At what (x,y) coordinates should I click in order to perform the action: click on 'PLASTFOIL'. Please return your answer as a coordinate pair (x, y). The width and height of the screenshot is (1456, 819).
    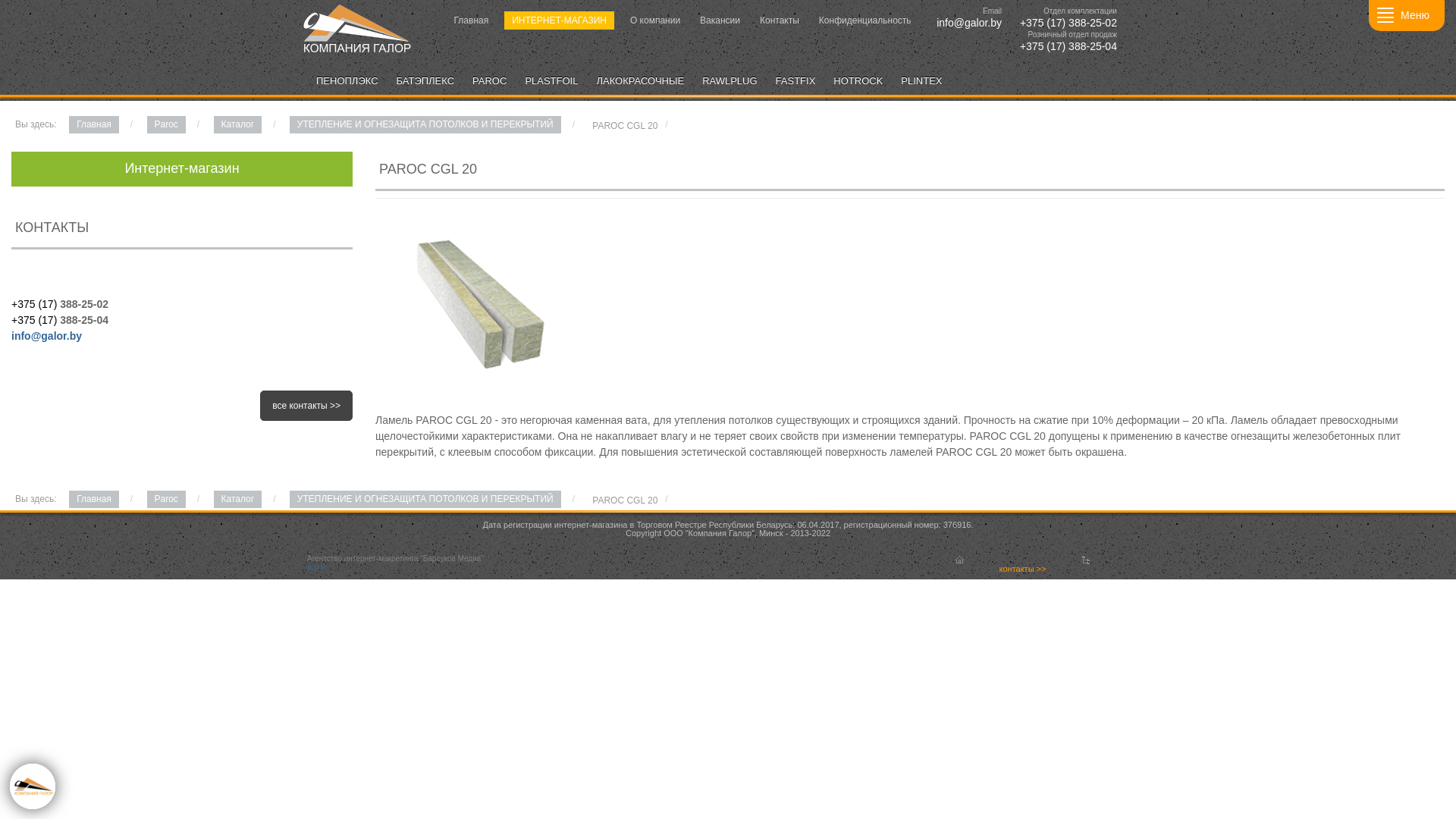
    Looking at the image, I should click on (550, 81).